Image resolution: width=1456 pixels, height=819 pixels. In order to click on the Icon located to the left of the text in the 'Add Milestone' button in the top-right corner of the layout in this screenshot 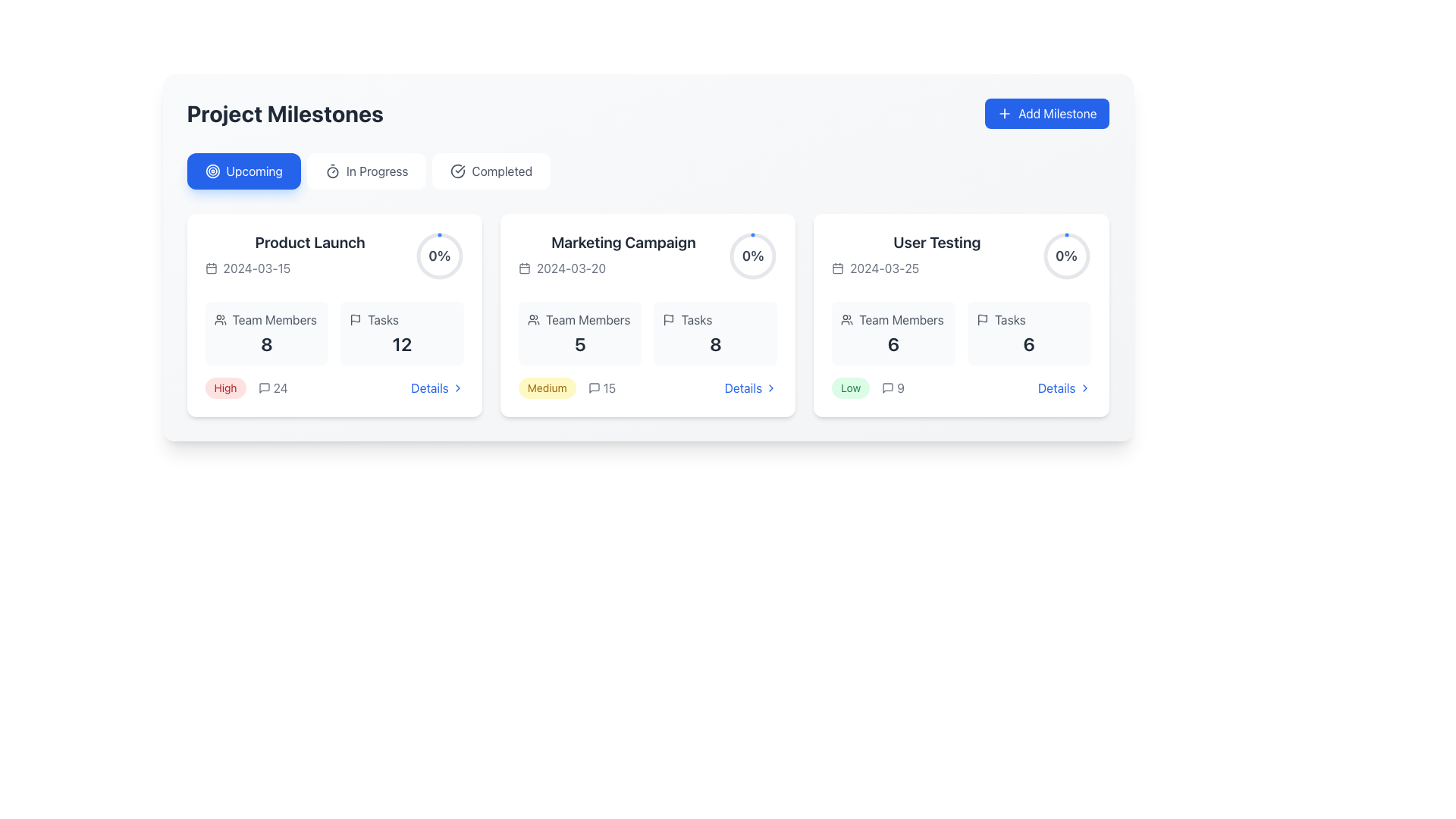, I will do `click(1004, 113)`.